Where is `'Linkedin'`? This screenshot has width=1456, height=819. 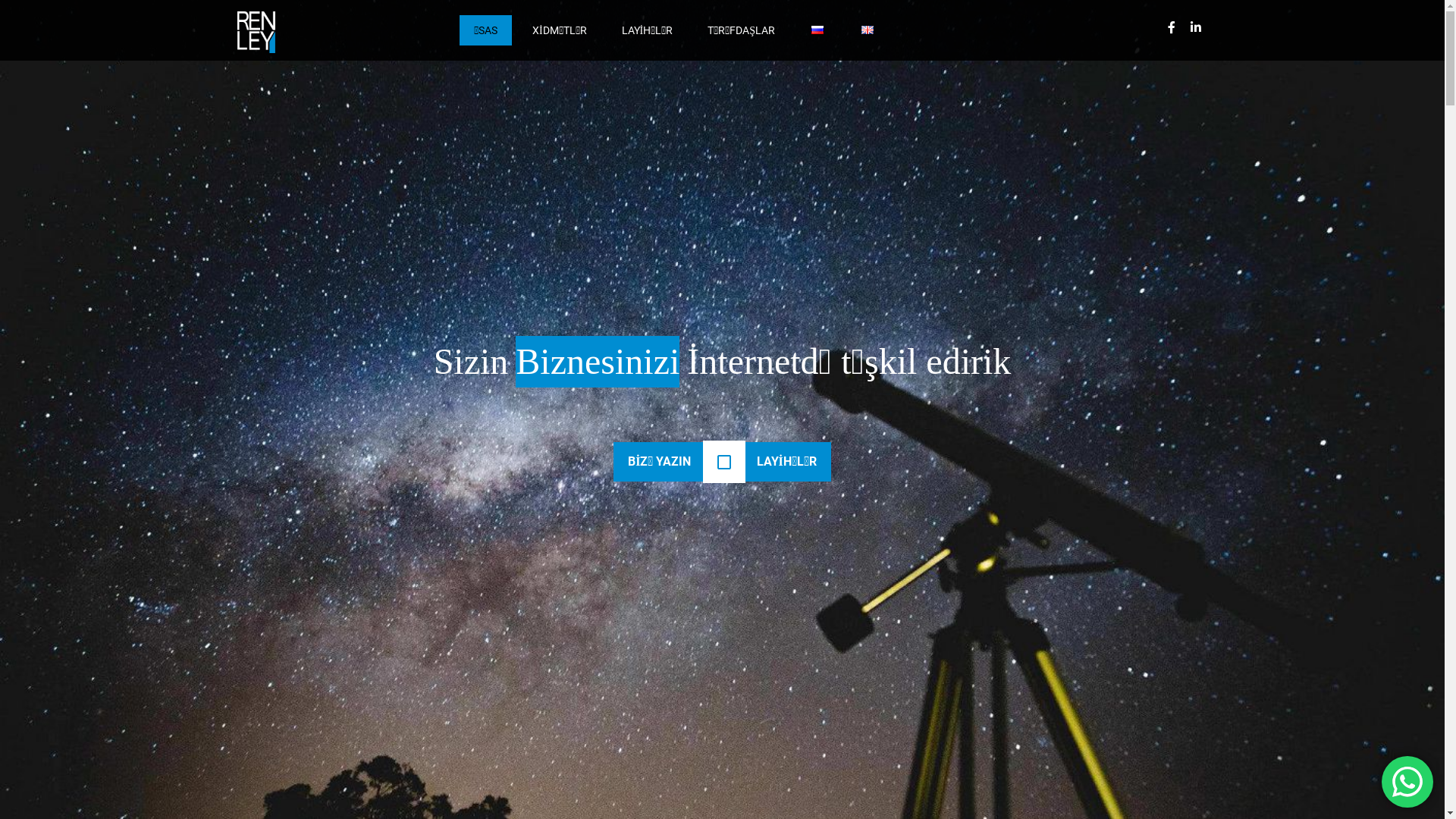 'Linkedin' is located at coordinates (1182, 27).